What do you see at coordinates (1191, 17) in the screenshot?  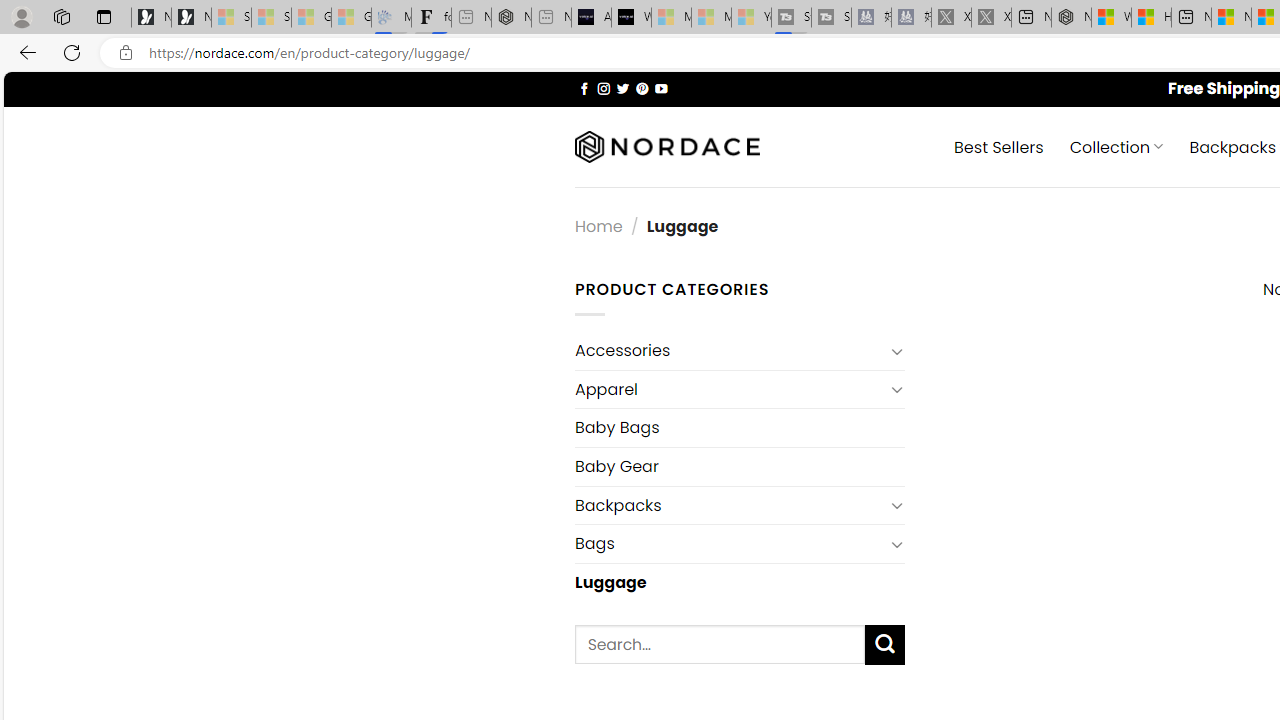 I see `'New tab'` at bounding box center [1191, 17].